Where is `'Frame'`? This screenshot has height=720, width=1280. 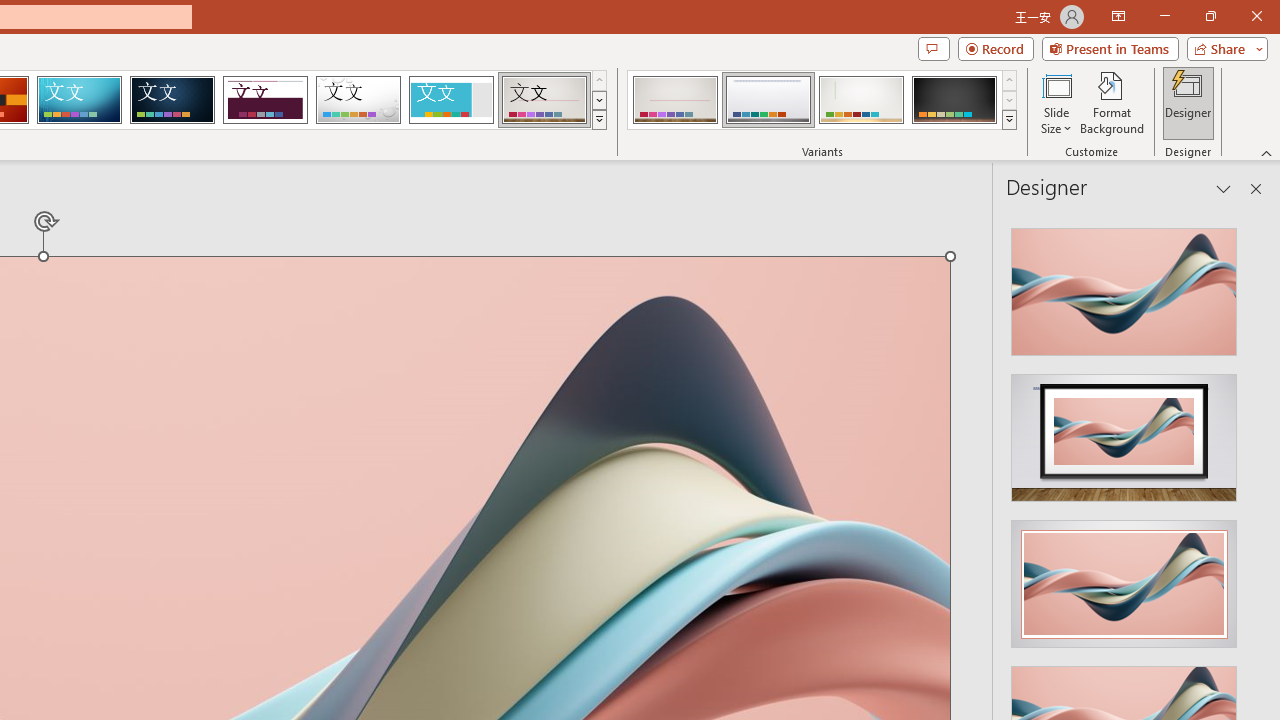 'Frame' is located at coordinates (450, 100).